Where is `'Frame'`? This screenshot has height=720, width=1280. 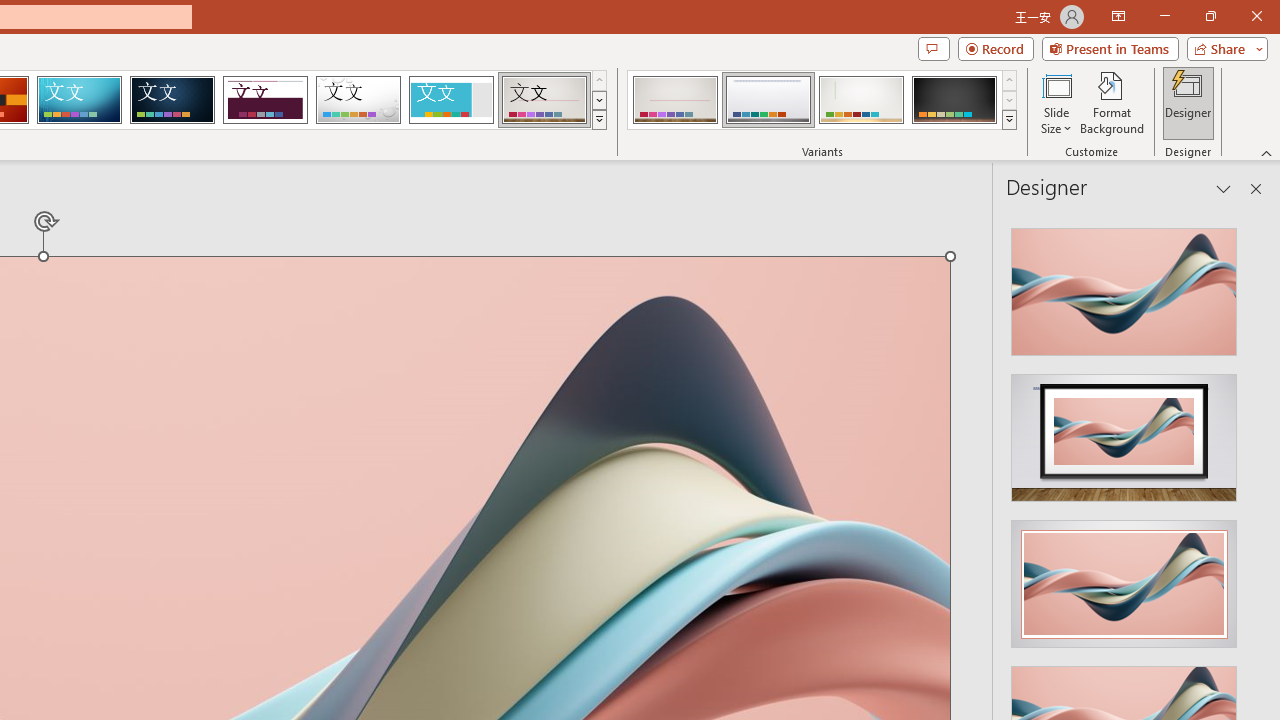 'Frame' is located at coordinates (450, 100).